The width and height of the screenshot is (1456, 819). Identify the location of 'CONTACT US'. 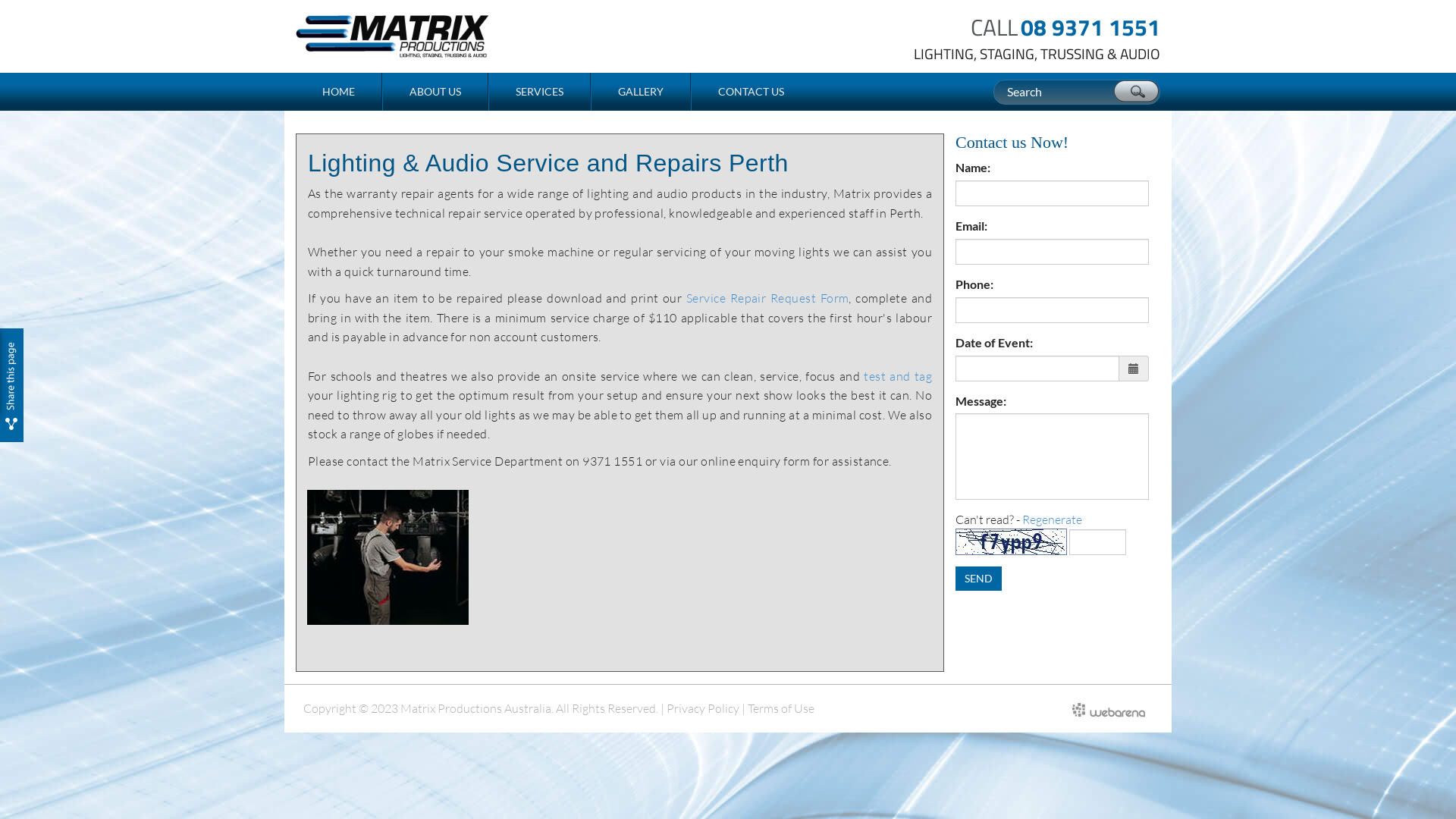
(750, 91).